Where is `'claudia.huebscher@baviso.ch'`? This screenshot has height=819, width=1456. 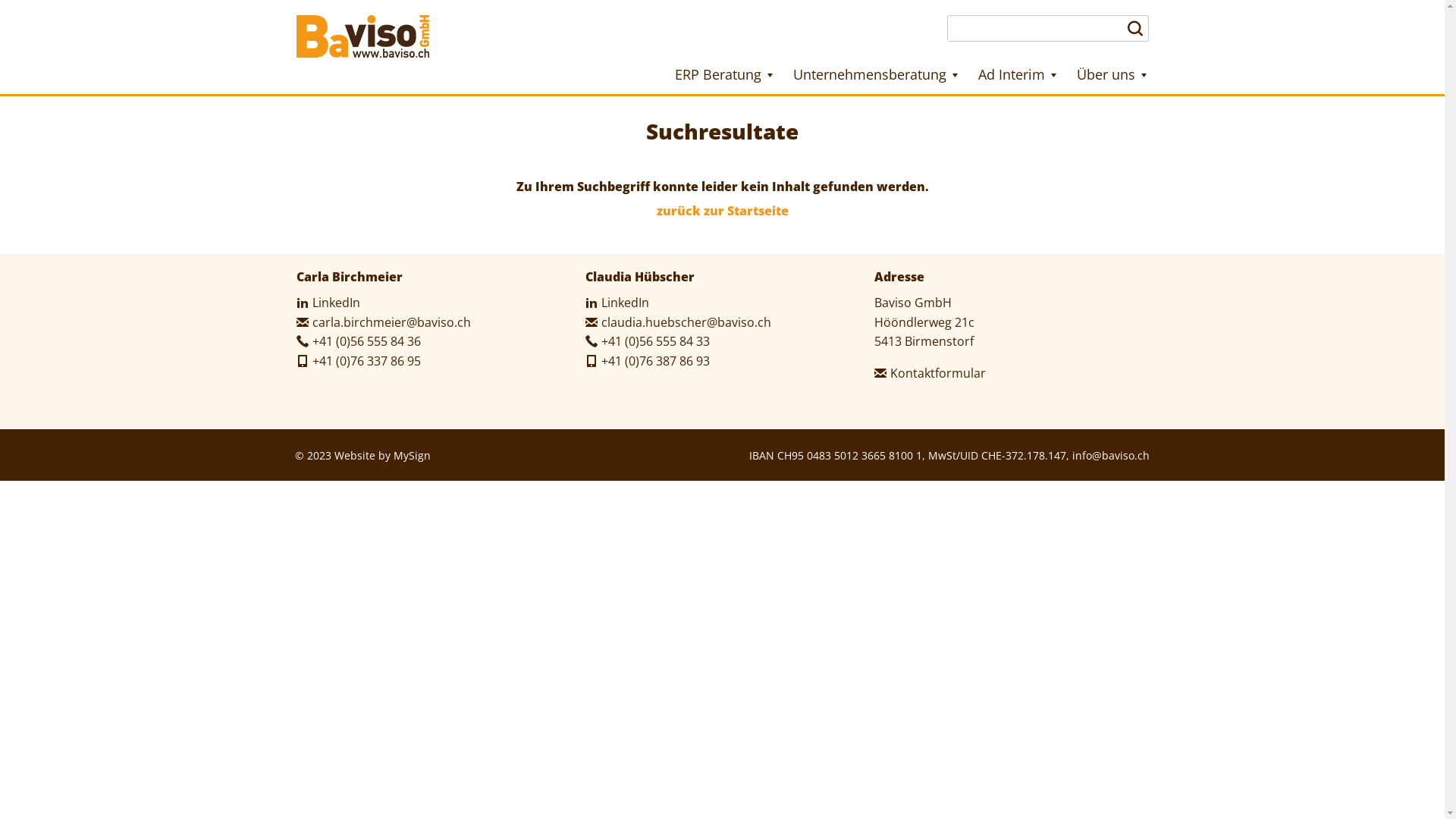
'claudia.huebscher@baviso.ch' is located at coordinates (677, 321).